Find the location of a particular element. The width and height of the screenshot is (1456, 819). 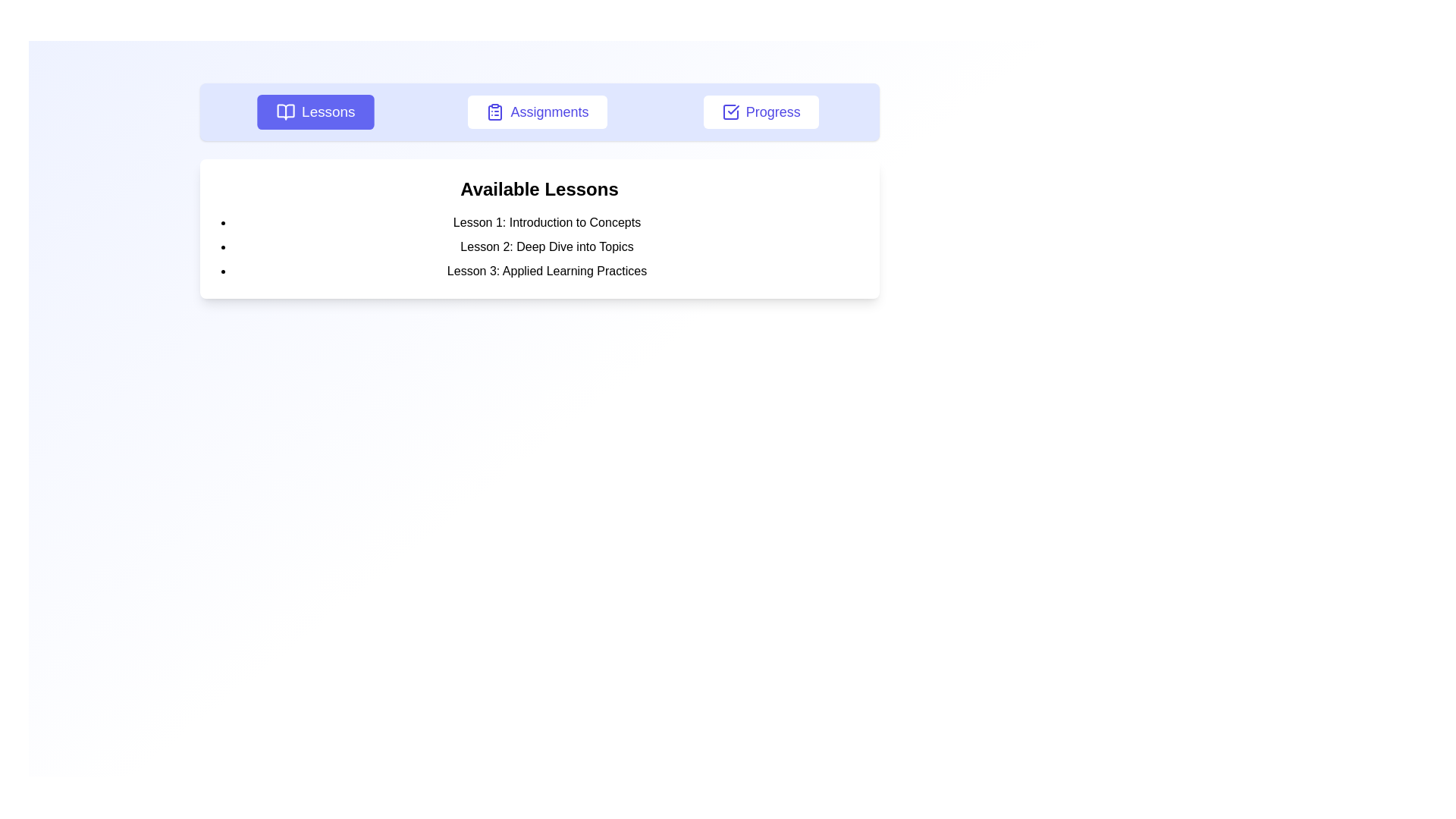

keyboard navigation is located at coordinates (495, 112).